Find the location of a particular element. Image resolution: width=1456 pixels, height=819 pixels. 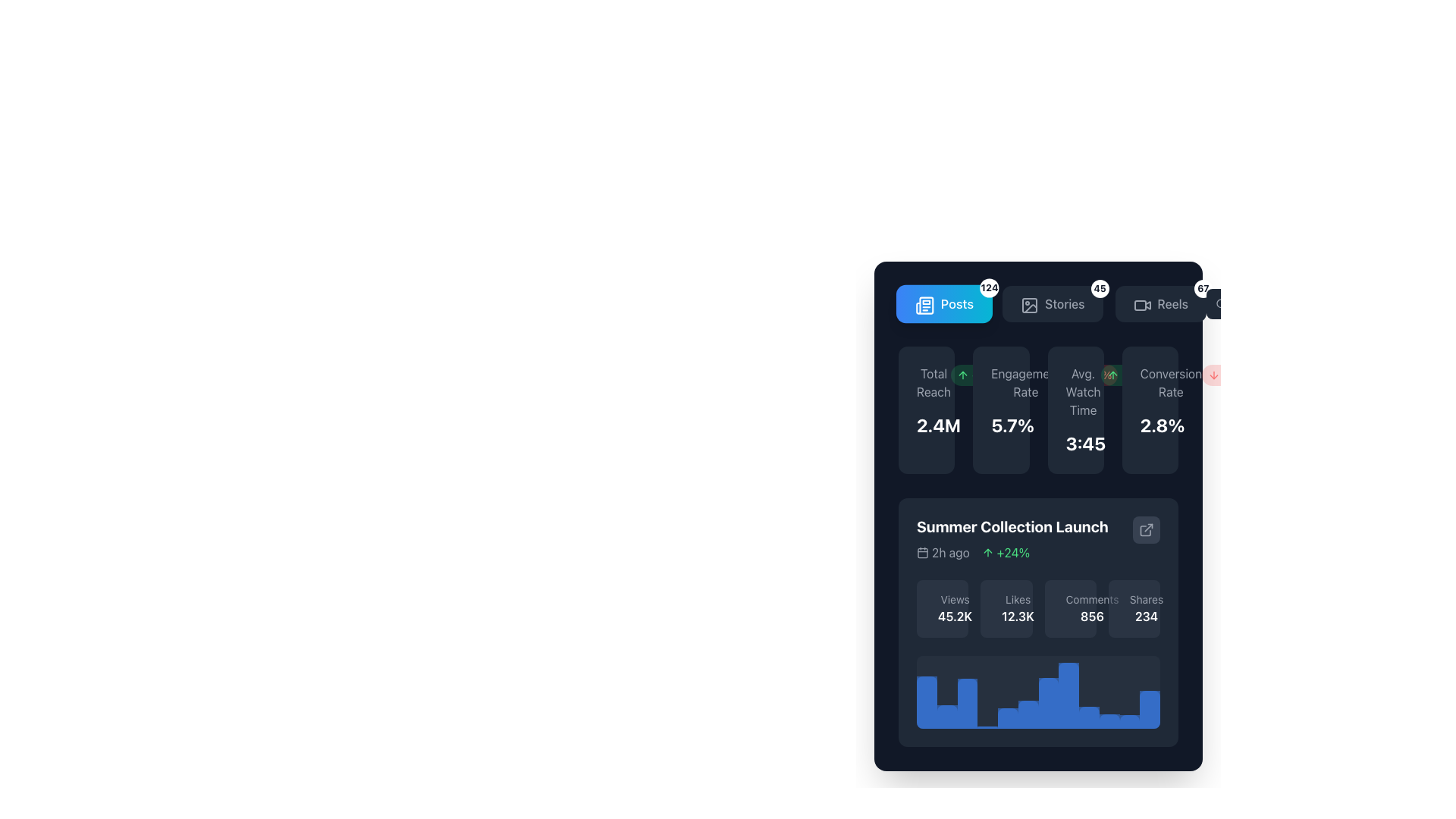

the last bar in the histogram chart, which represents a specific data point in the sequence of bars is located at coordinates (1150, 709).